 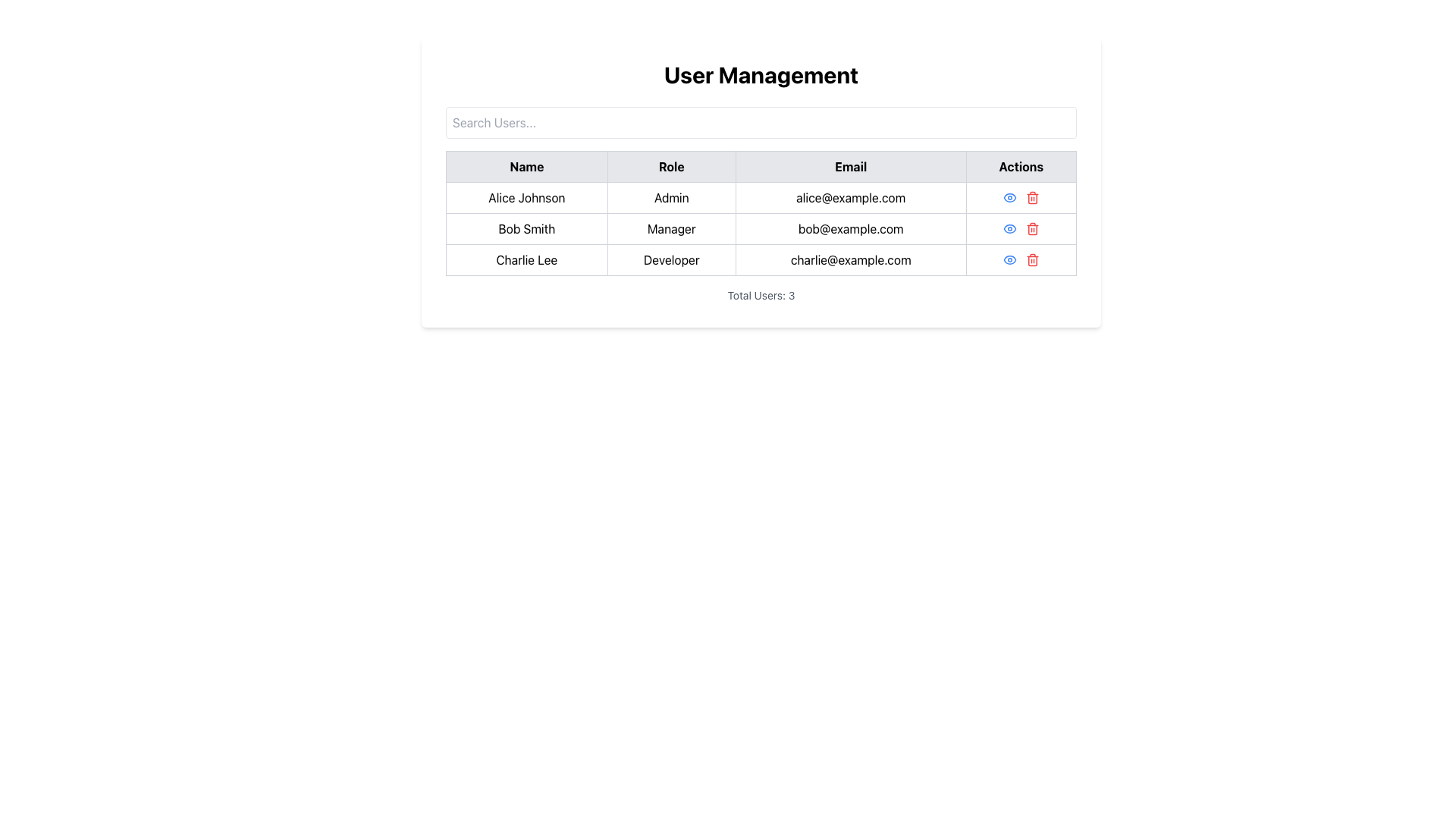 What do you see at coordinates (1009, 228) in the screenshot?
I see `the interactive icon in the 'Actions' section of the table` at bounding box center [1009, 228].